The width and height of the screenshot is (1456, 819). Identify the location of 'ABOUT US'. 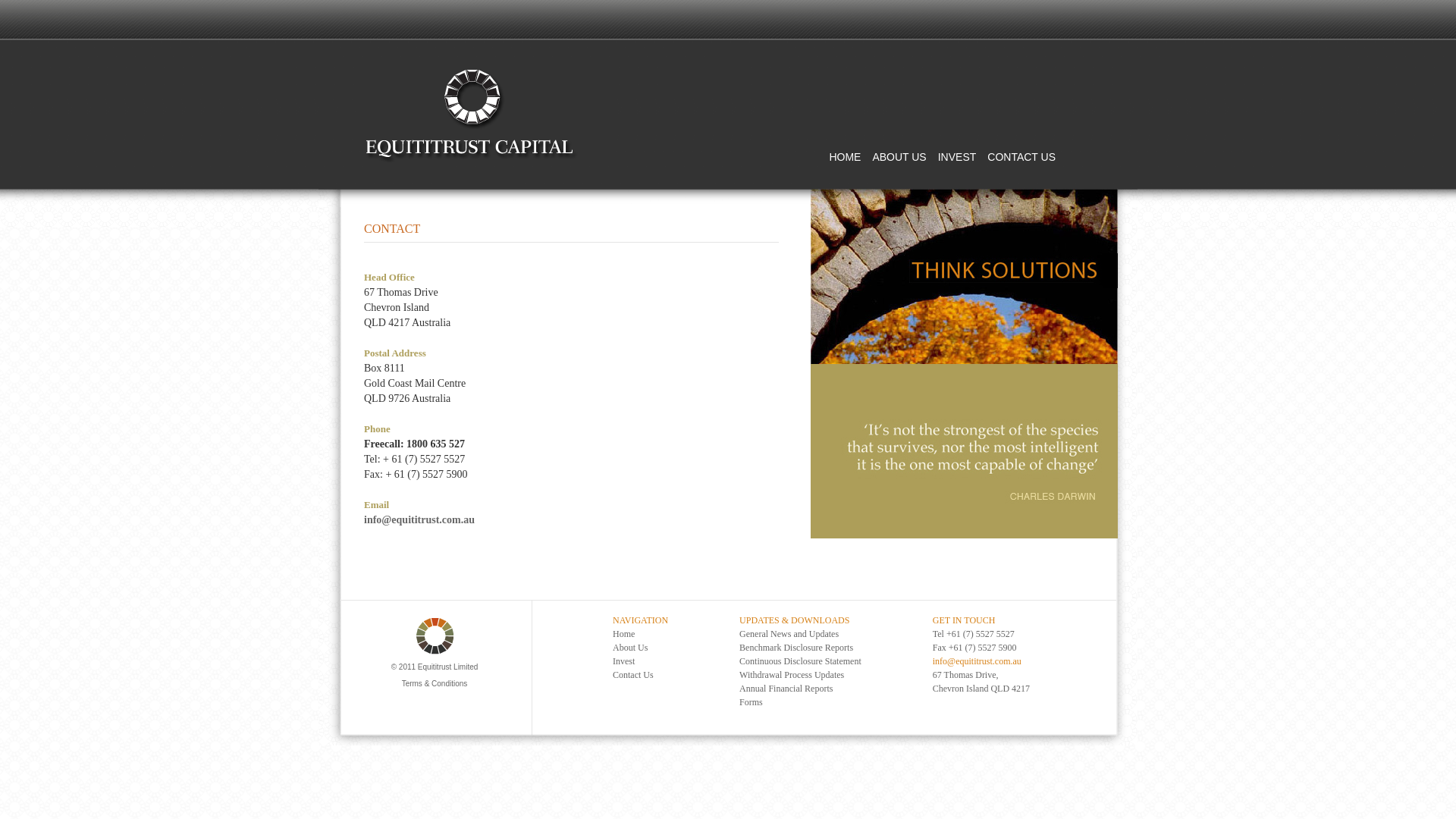
(899, 157).